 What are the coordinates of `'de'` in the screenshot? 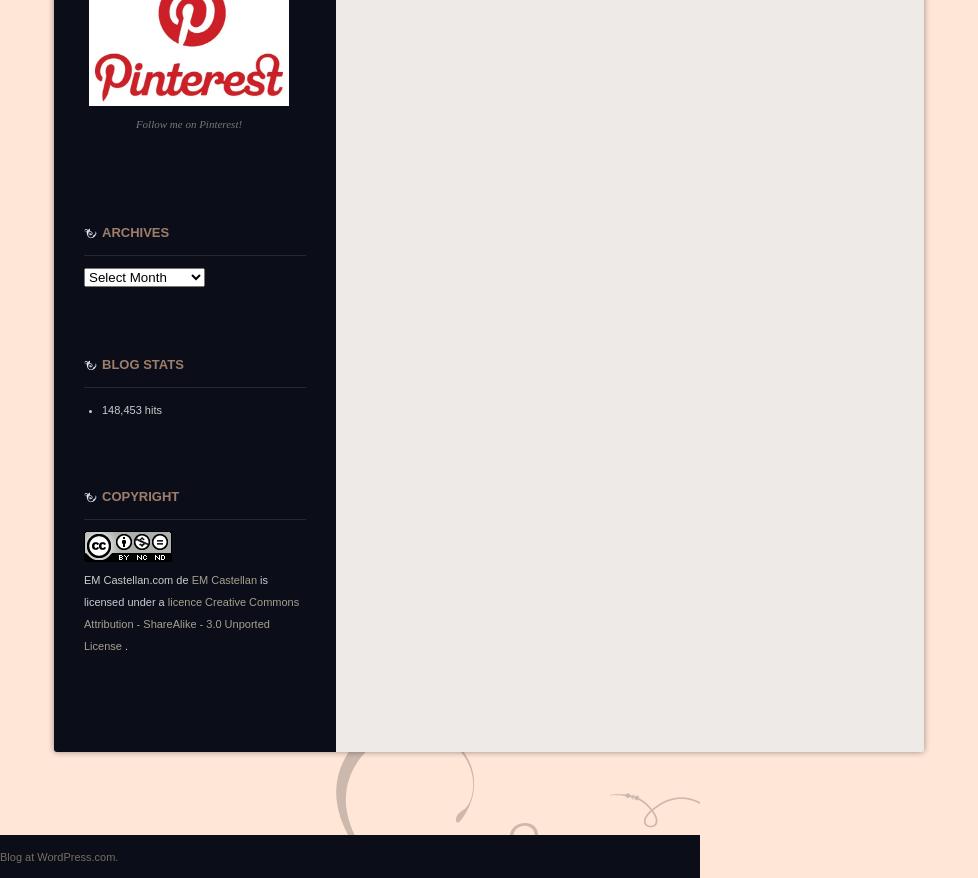 It's located at (182, 580).